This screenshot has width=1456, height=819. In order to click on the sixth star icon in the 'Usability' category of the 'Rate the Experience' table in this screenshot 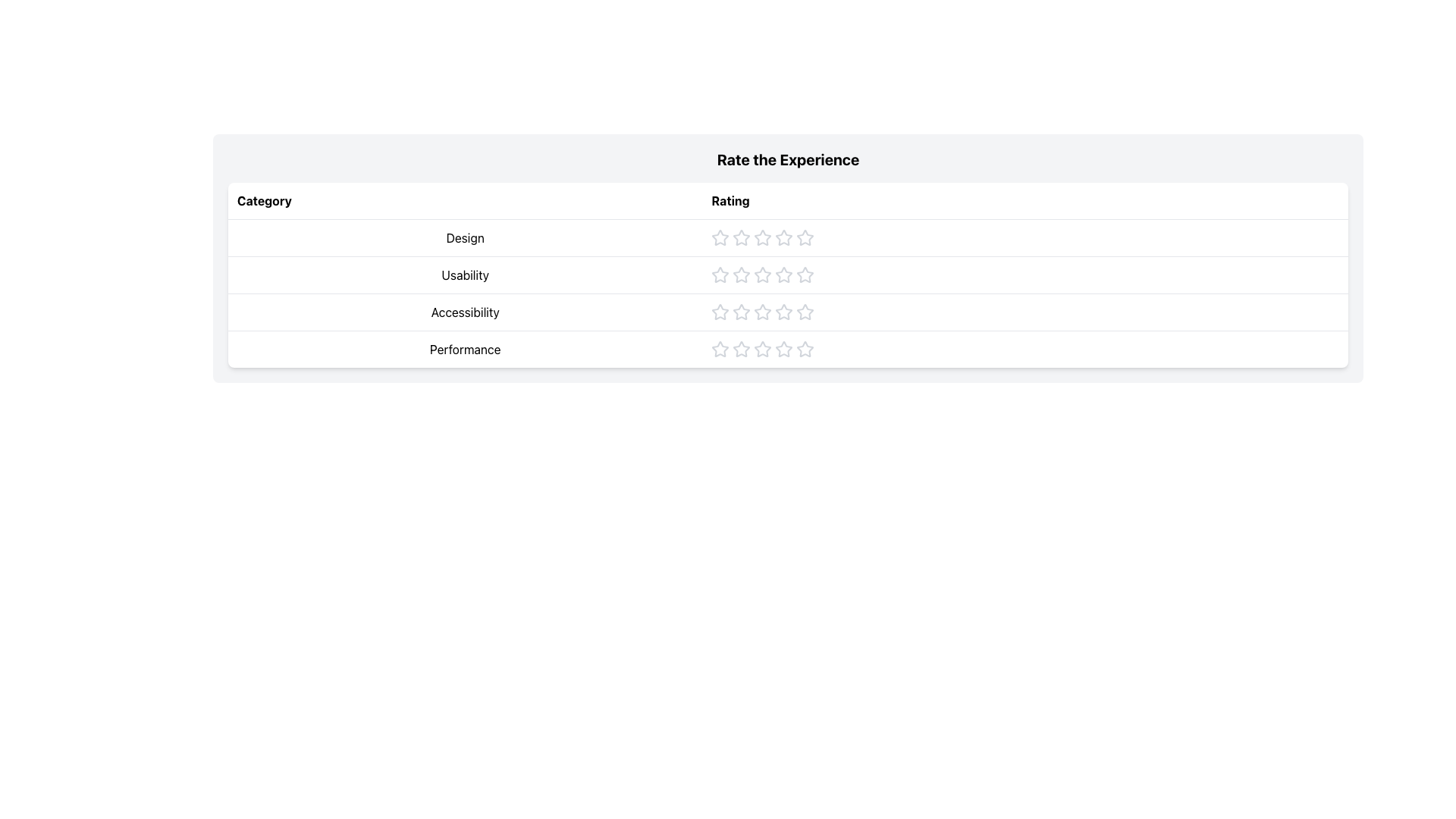, I will do `click(784, 275)`.